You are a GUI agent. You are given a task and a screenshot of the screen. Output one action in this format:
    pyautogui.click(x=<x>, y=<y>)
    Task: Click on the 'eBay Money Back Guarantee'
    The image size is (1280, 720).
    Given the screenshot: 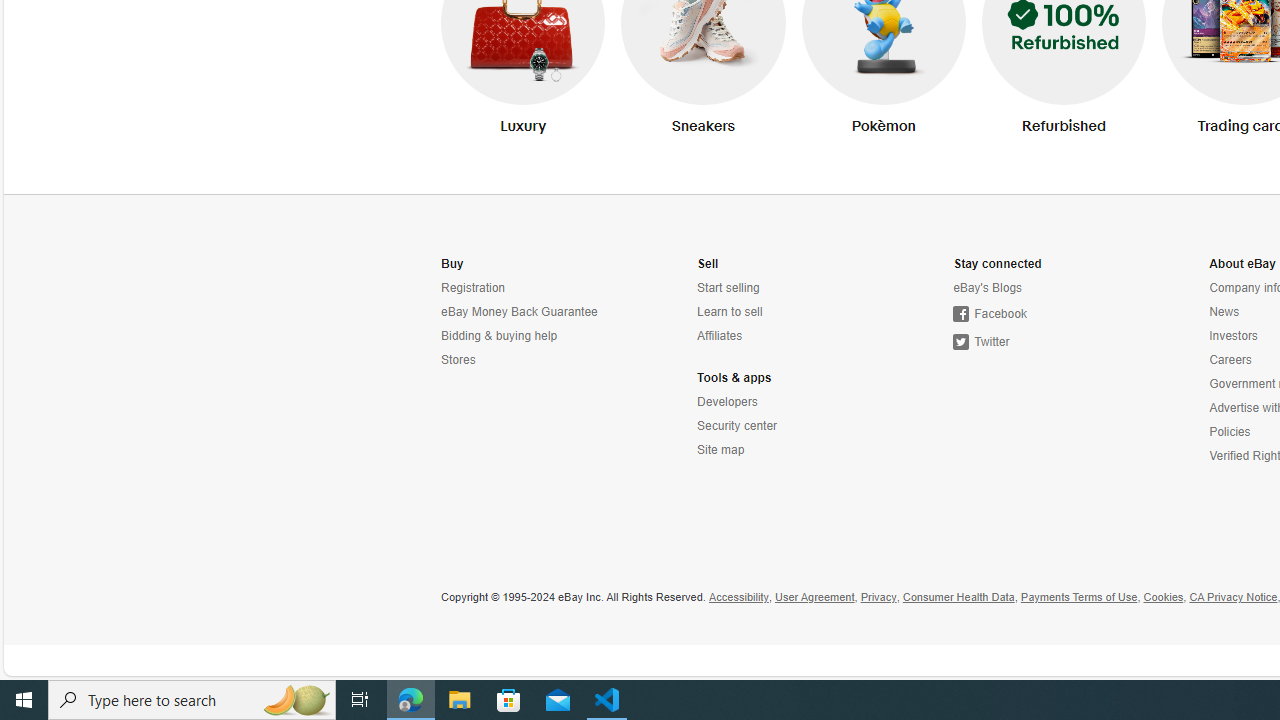 What is the action you would take?
    pyautogui.click(x=519, y=312)
    